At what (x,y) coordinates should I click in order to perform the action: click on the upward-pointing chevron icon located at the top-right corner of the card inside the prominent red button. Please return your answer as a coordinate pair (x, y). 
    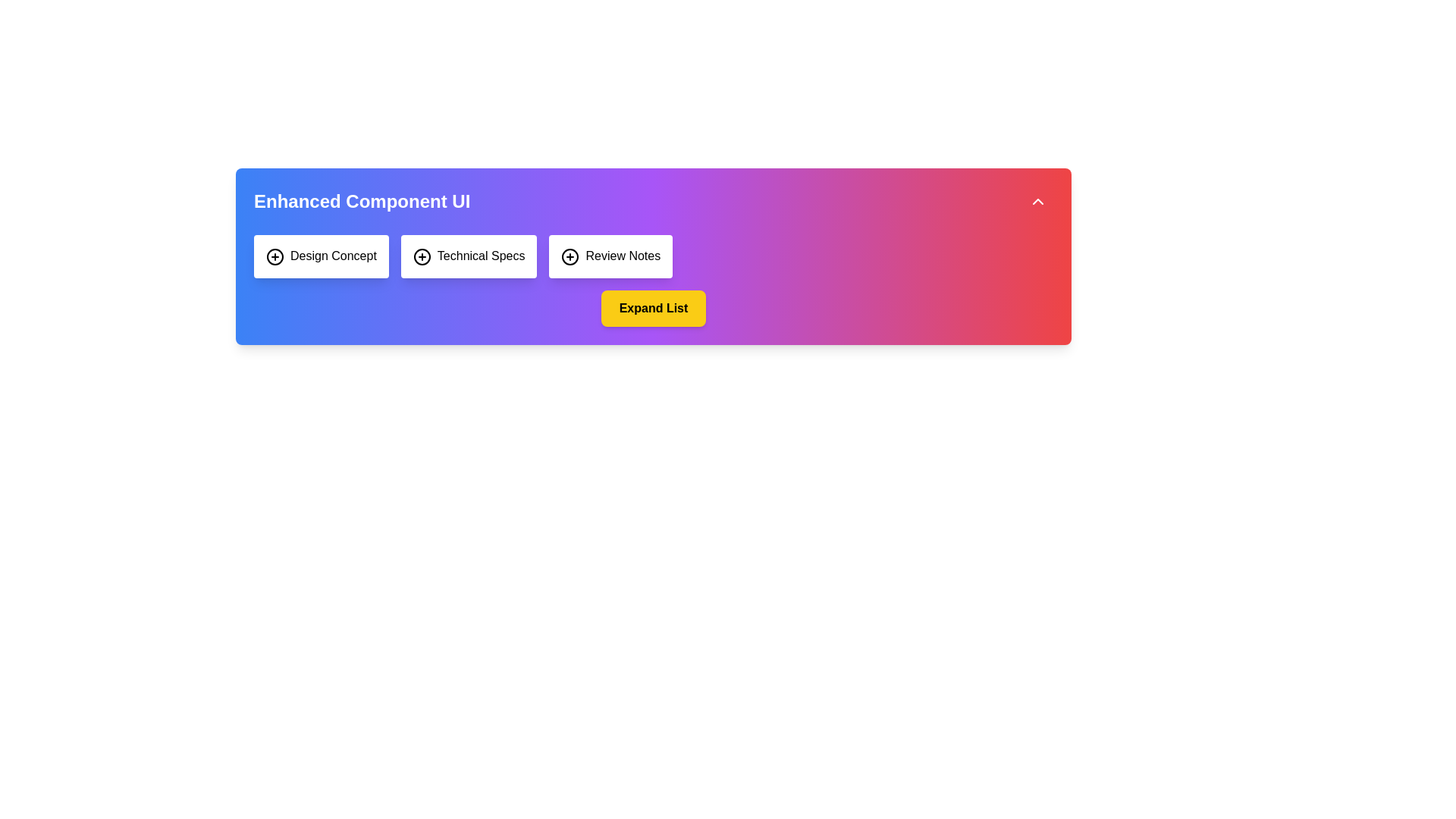
    Looking at the image, I should click on (1037, 201).